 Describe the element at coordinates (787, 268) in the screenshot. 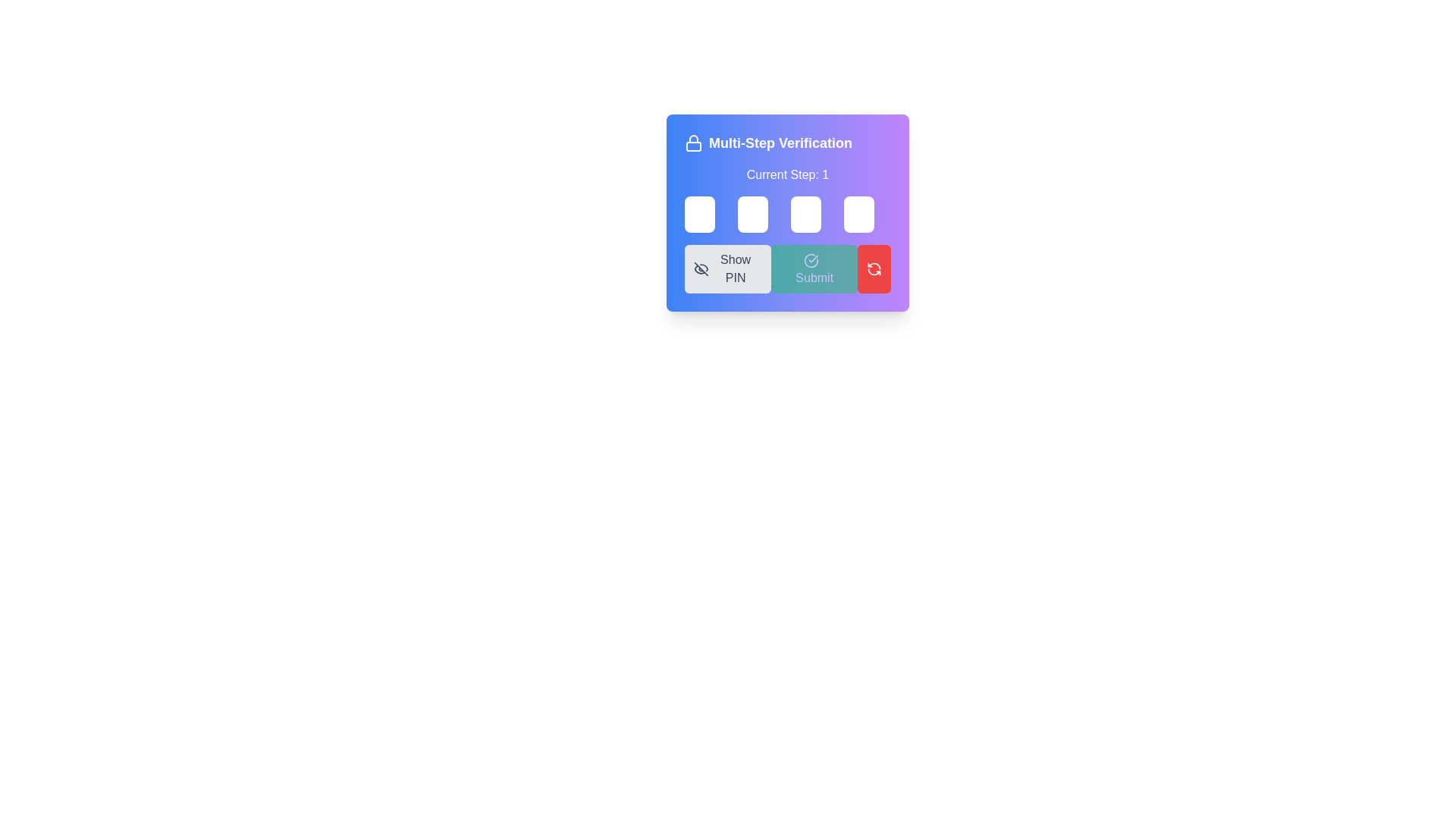

I see `the central submit button located in the bottom row of the panel, positioned between the 'Show PIN' button and a red circular arrow button` at that location.